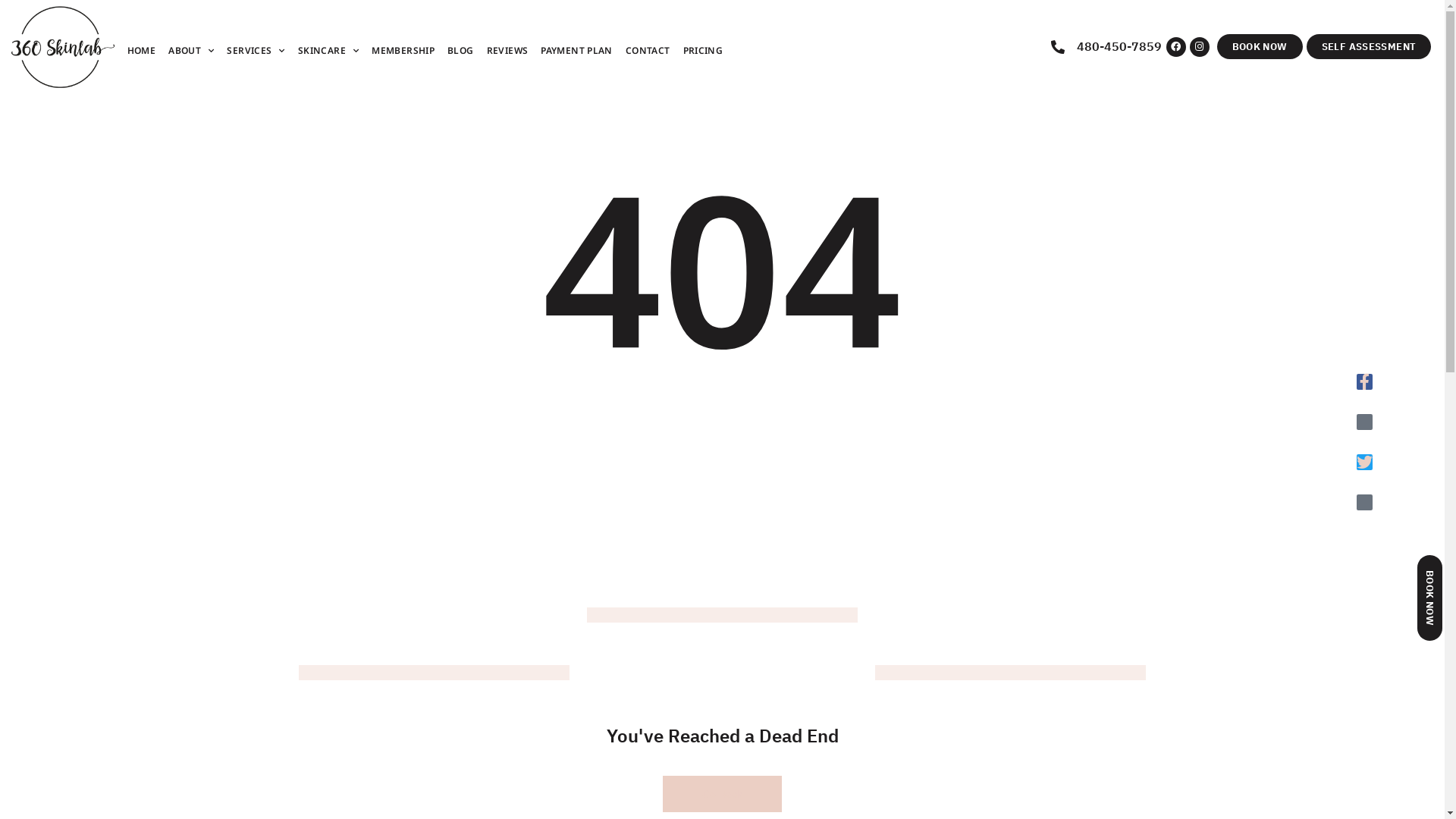 This screenshot has height=819, width=1456. I want to click on 'REVIEWS', so click(507, 49).